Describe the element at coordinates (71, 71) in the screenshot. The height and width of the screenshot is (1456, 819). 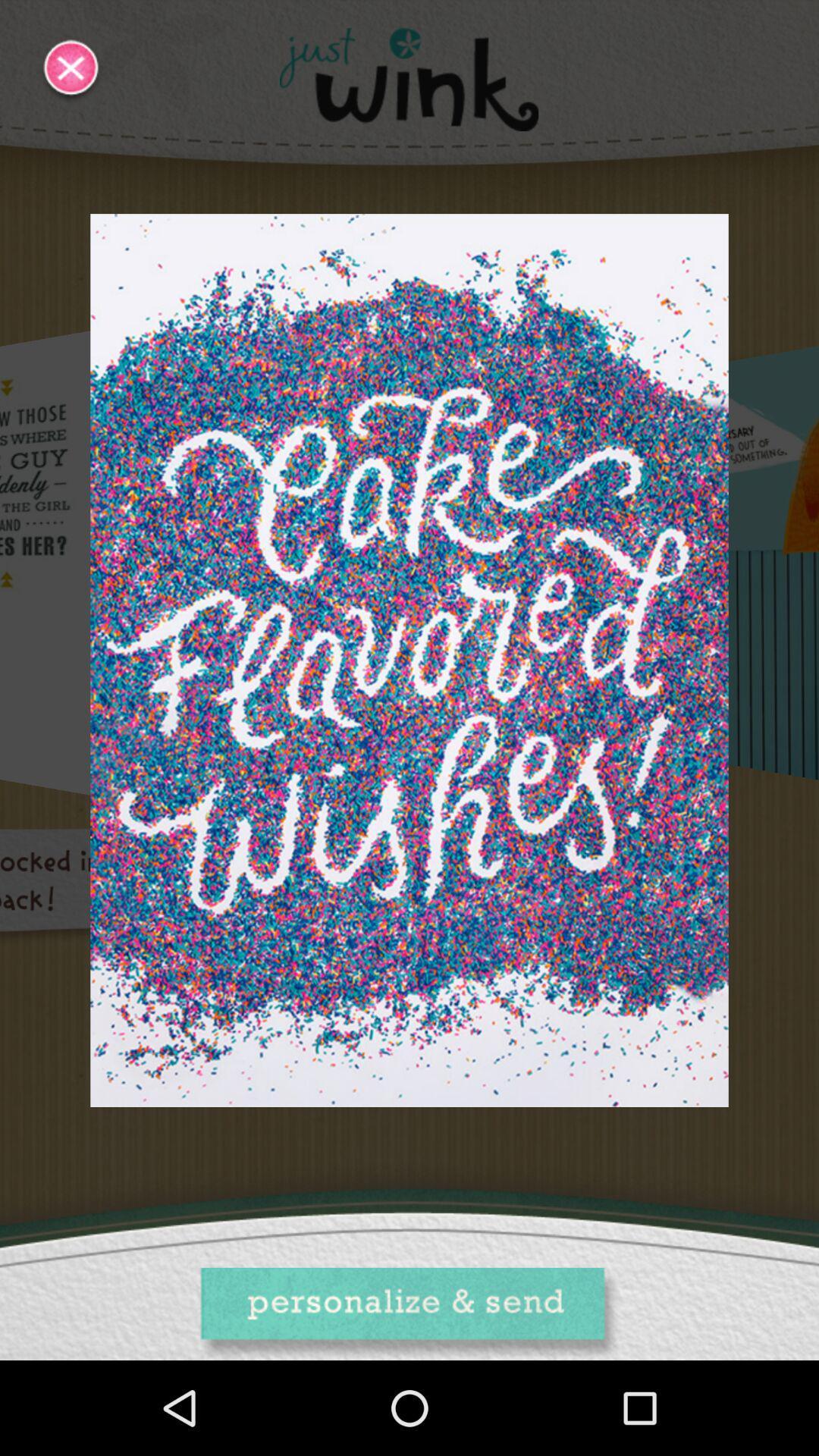
I see `the close icon` at that location.